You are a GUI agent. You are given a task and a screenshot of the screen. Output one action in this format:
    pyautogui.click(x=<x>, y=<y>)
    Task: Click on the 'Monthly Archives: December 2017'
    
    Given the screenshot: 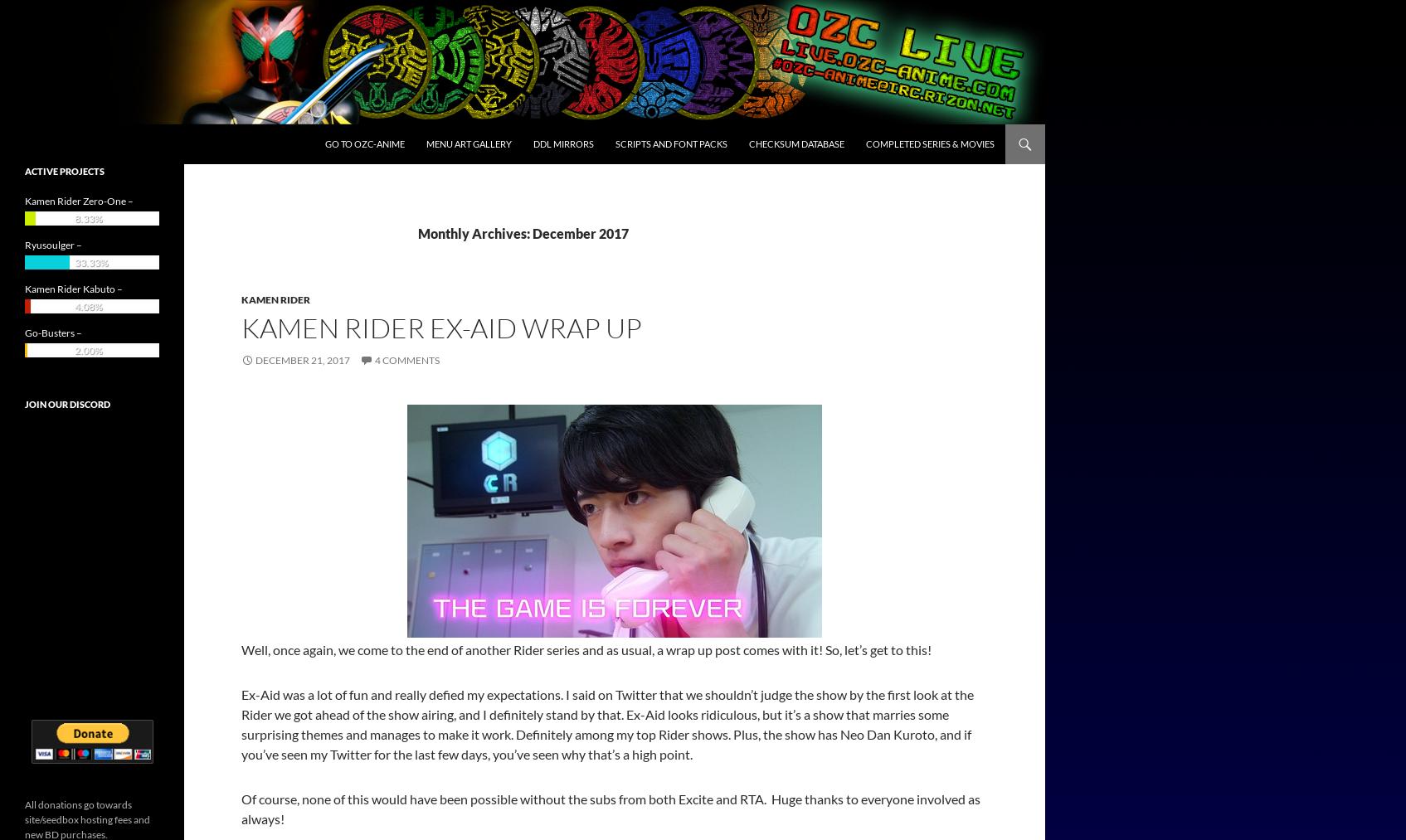 What is the action you would take?
    pyautogui.click(x=523, y=232)
    